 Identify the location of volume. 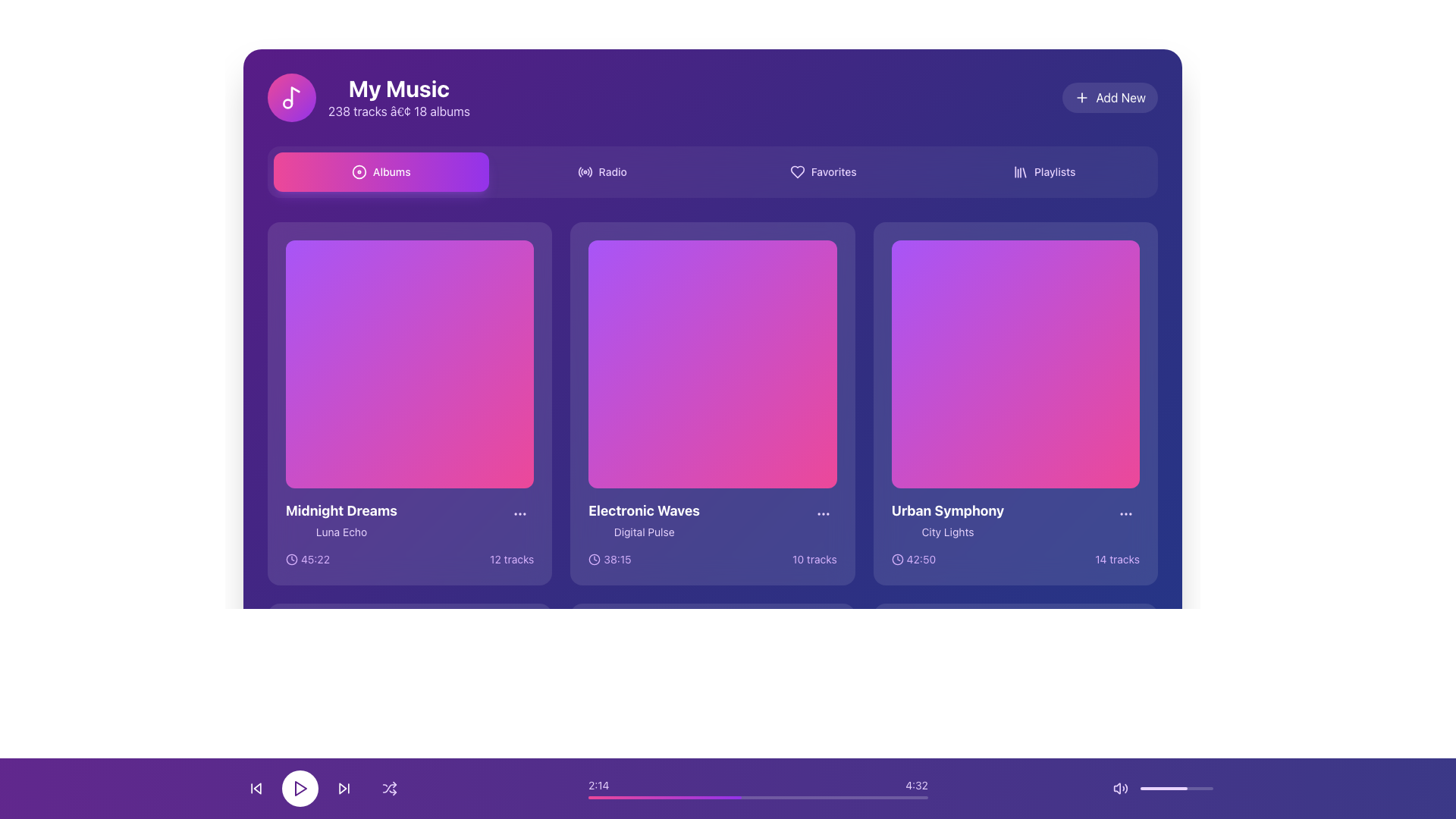
(1192, 788).